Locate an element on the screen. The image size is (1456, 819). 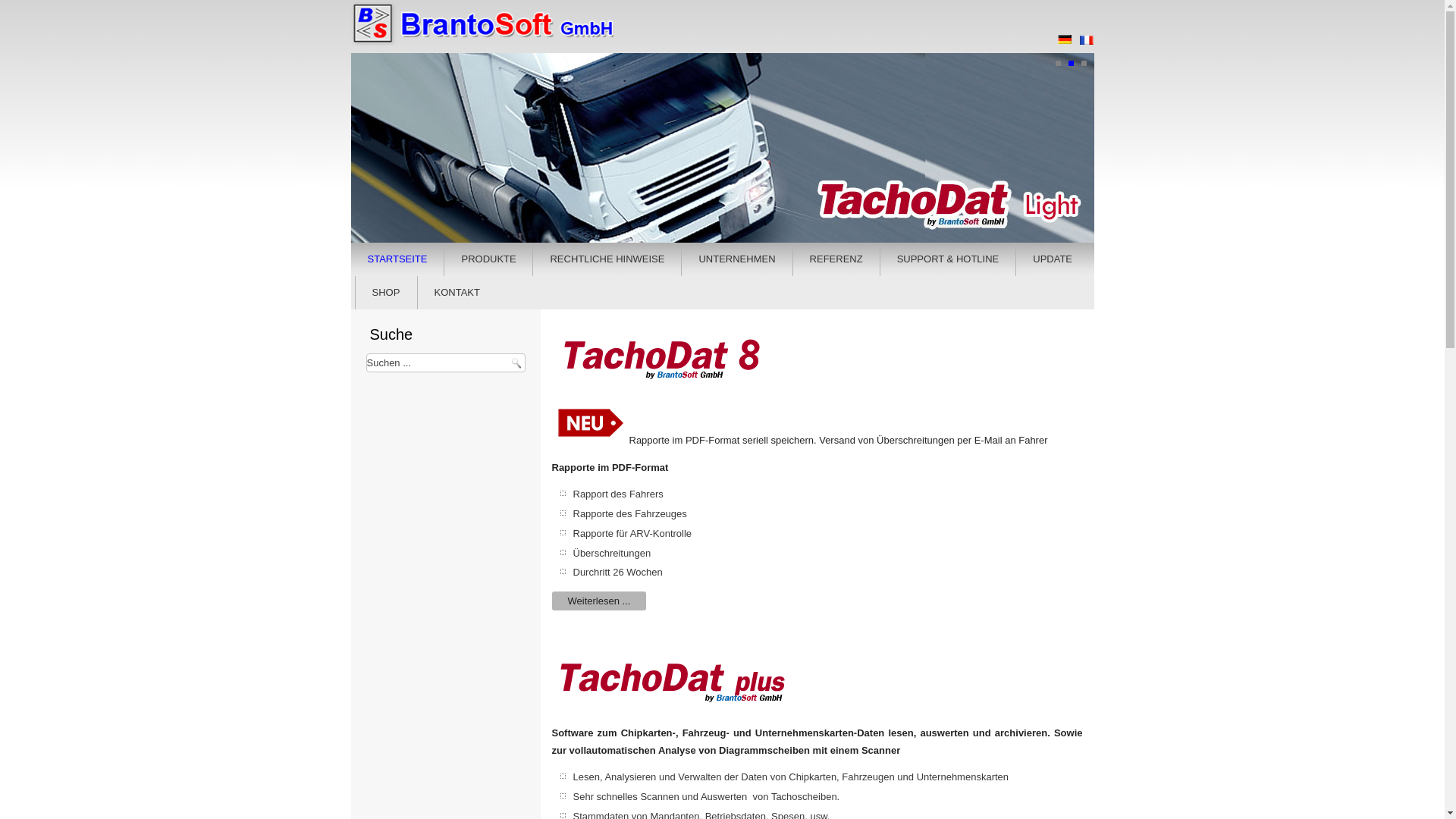
'KONTAKT' is located at coordinates (457, 292).